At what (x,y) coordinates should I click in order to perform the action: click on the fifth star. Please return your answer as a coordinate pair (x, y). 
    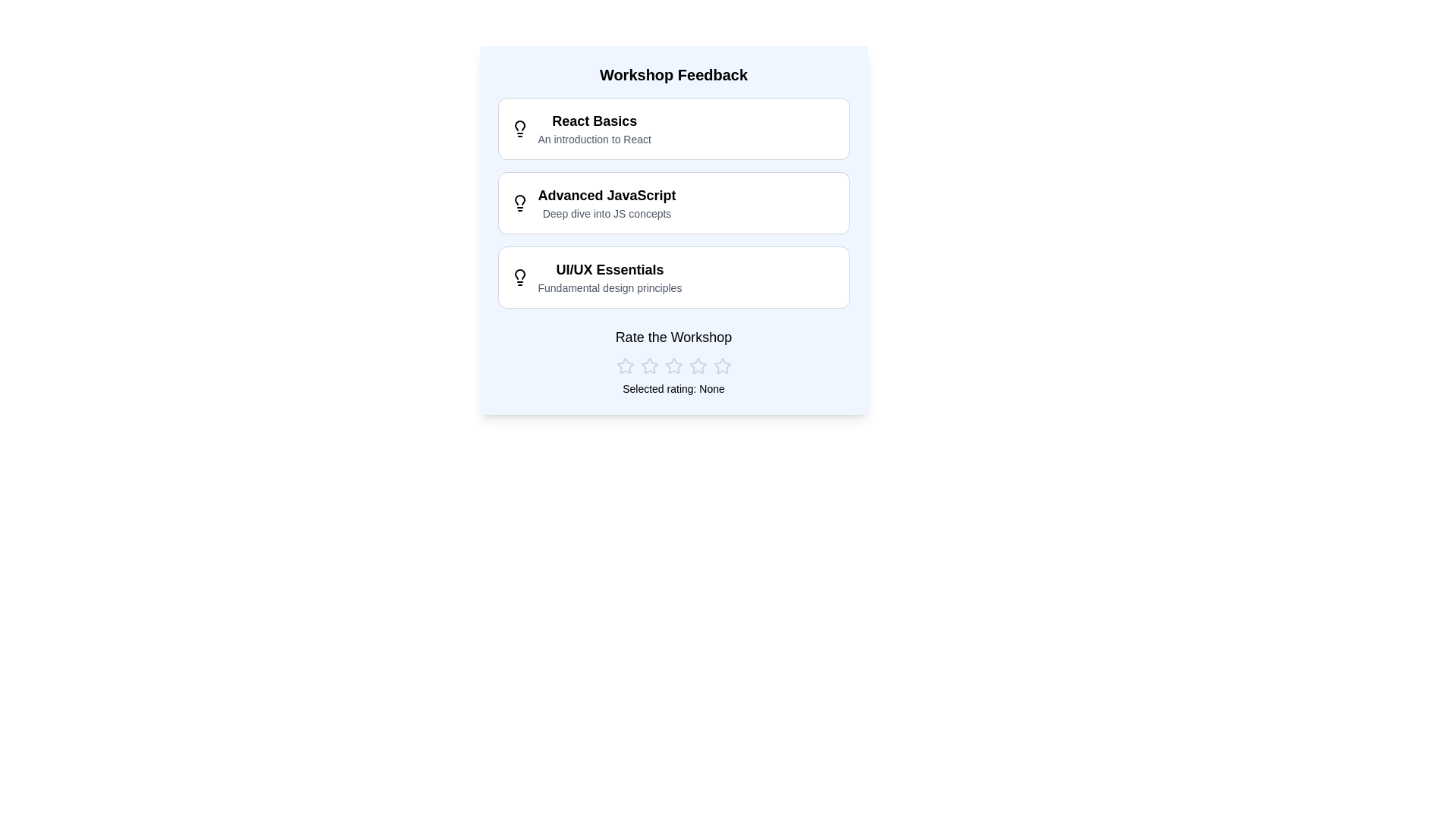
    Looking at the image, I should click on (721, 366).